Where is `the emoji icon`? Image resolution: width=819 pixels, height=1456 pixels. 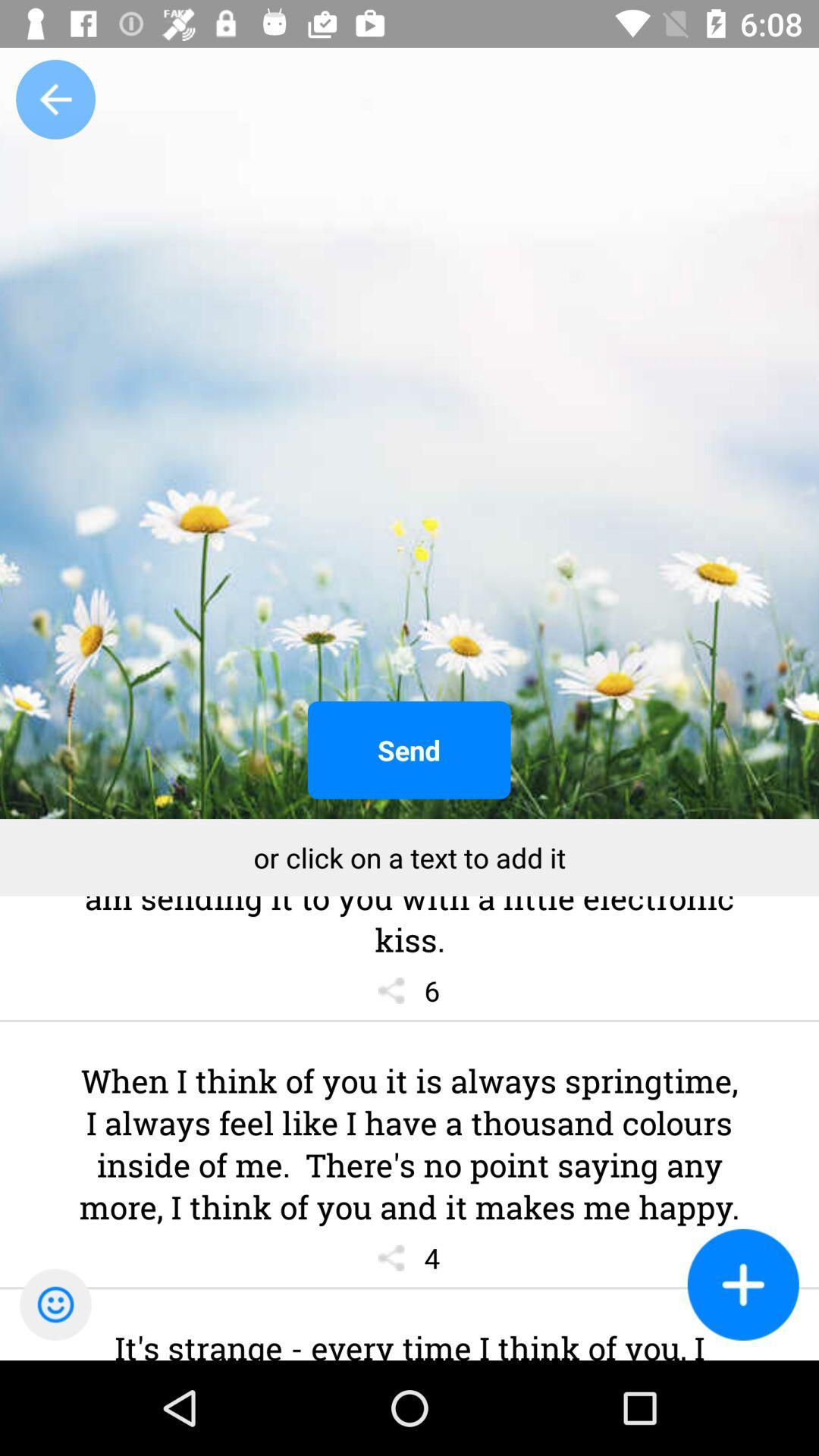 the emoji icon is located at coordinates (55, 1304).